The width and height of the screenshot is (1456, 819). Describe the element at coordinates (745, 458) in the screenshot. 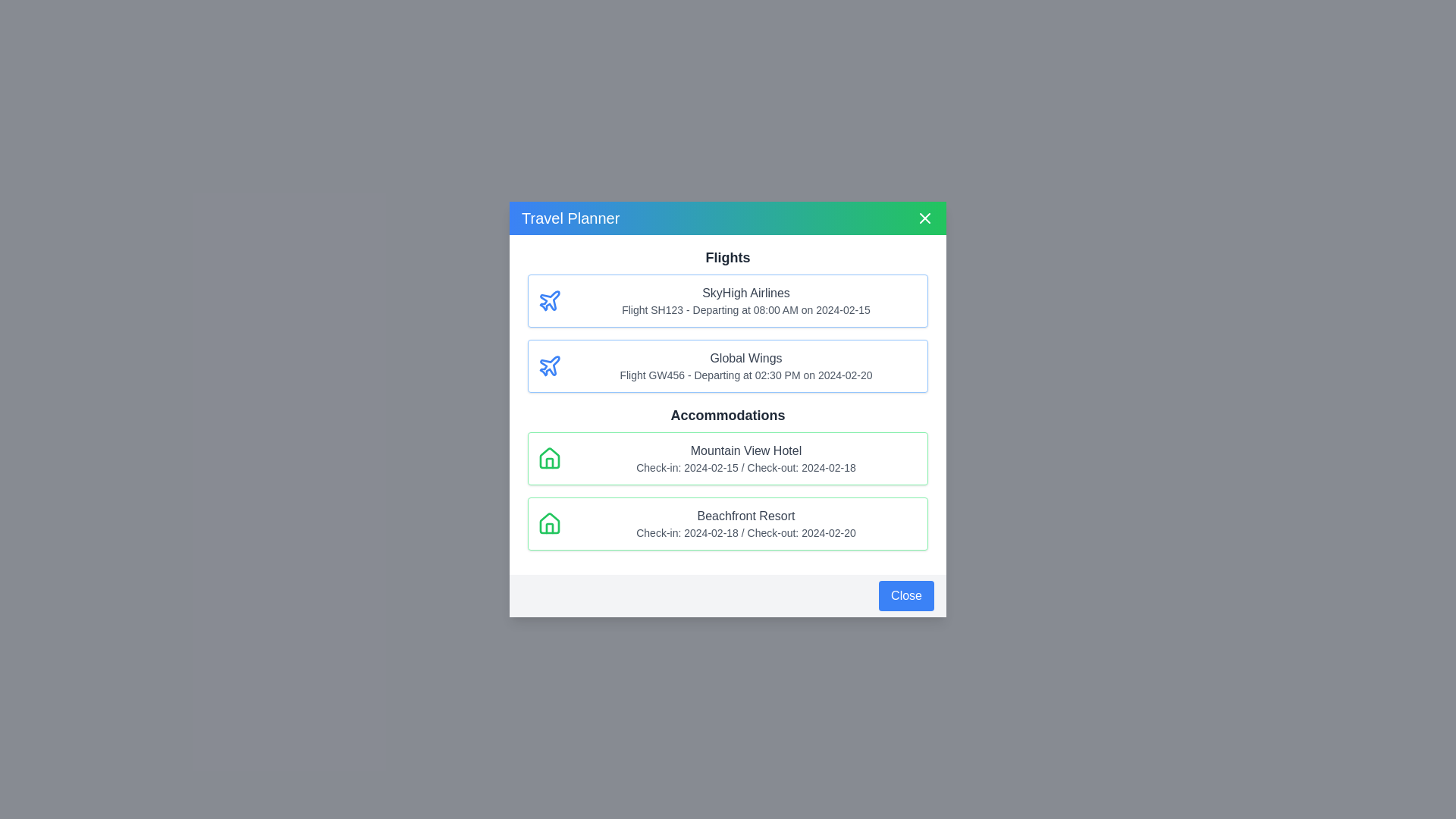

I see `displayed accommodation information from the text block titled 'Mountain View Hotel' located in the Travel Planner dialog box, which includes check-in and check-out dates` at that location.